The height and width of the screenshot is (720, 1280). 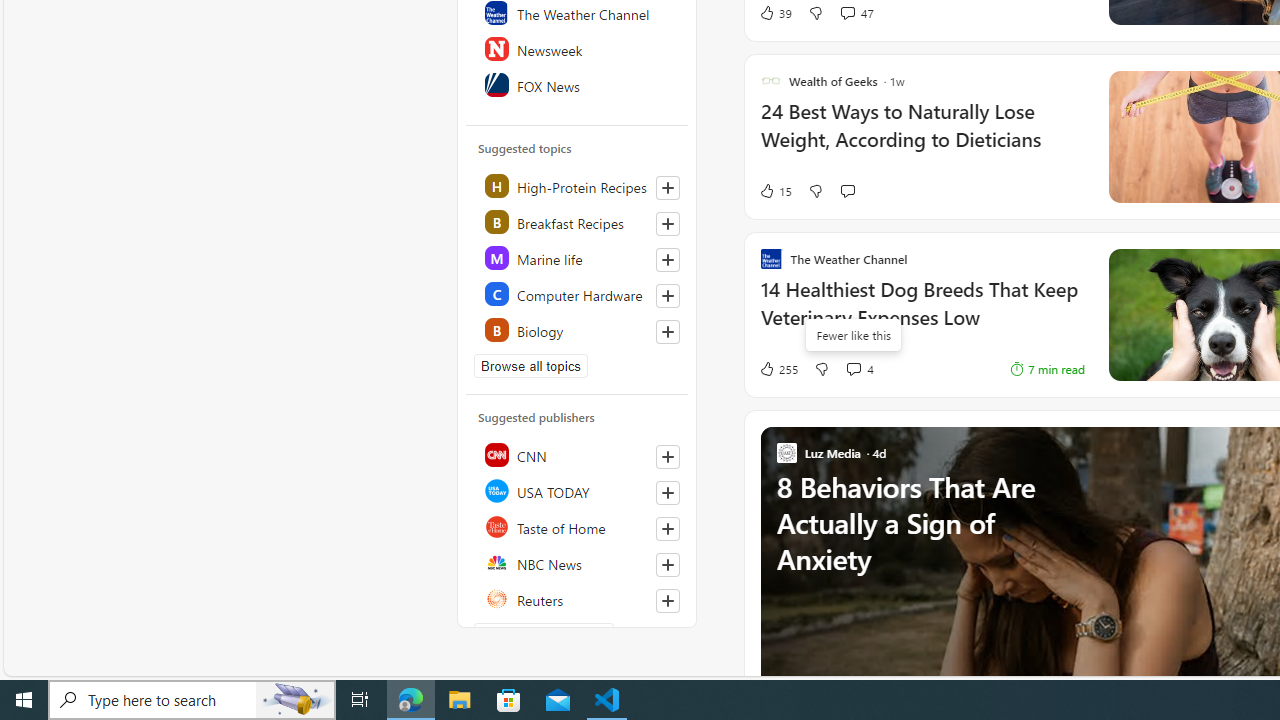 I want to click on 'Follow this source', so click(x=667, y=599).